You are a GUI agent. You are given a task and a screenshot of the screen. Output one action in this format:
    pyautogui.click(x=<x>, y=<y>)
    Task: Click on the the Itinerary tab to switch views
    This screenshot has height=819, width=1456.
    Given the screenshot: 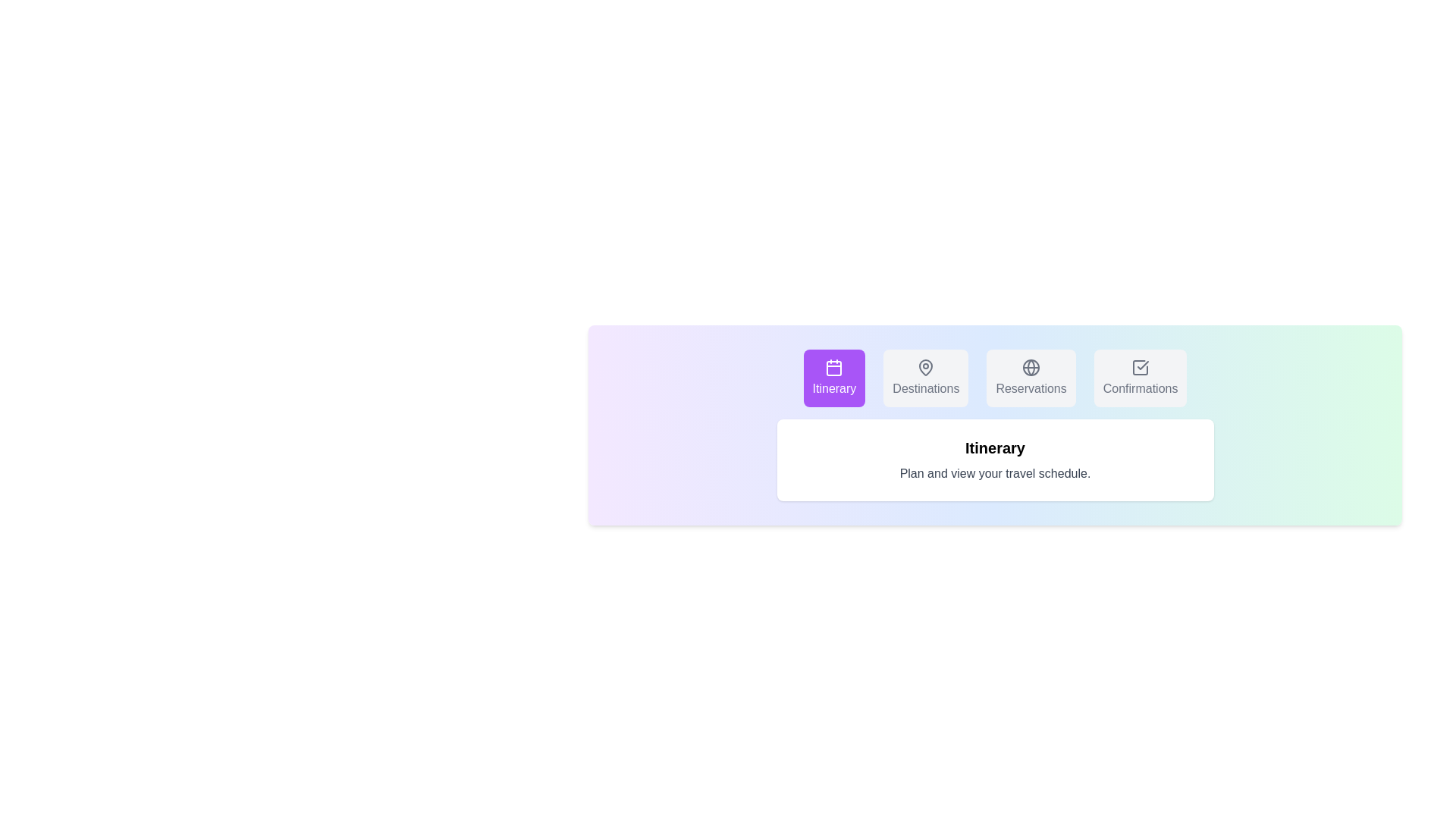 What is the action you would take?
    pyautogui.click(x=833, y=377)
    